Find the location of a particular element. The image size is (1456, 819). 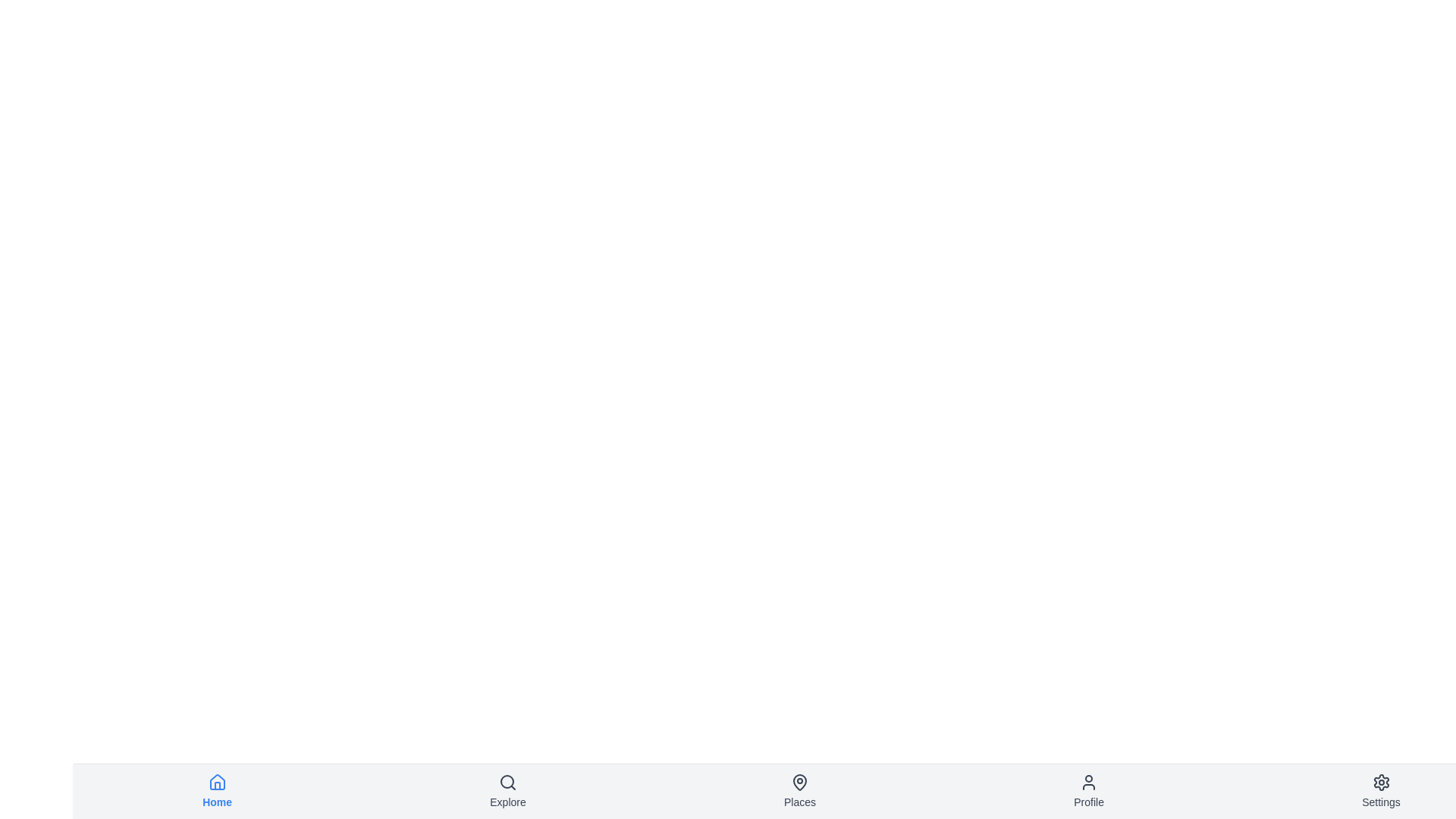

the navigation item labeled Profile to observe its hover effect is located at coordinates (1088, 791).